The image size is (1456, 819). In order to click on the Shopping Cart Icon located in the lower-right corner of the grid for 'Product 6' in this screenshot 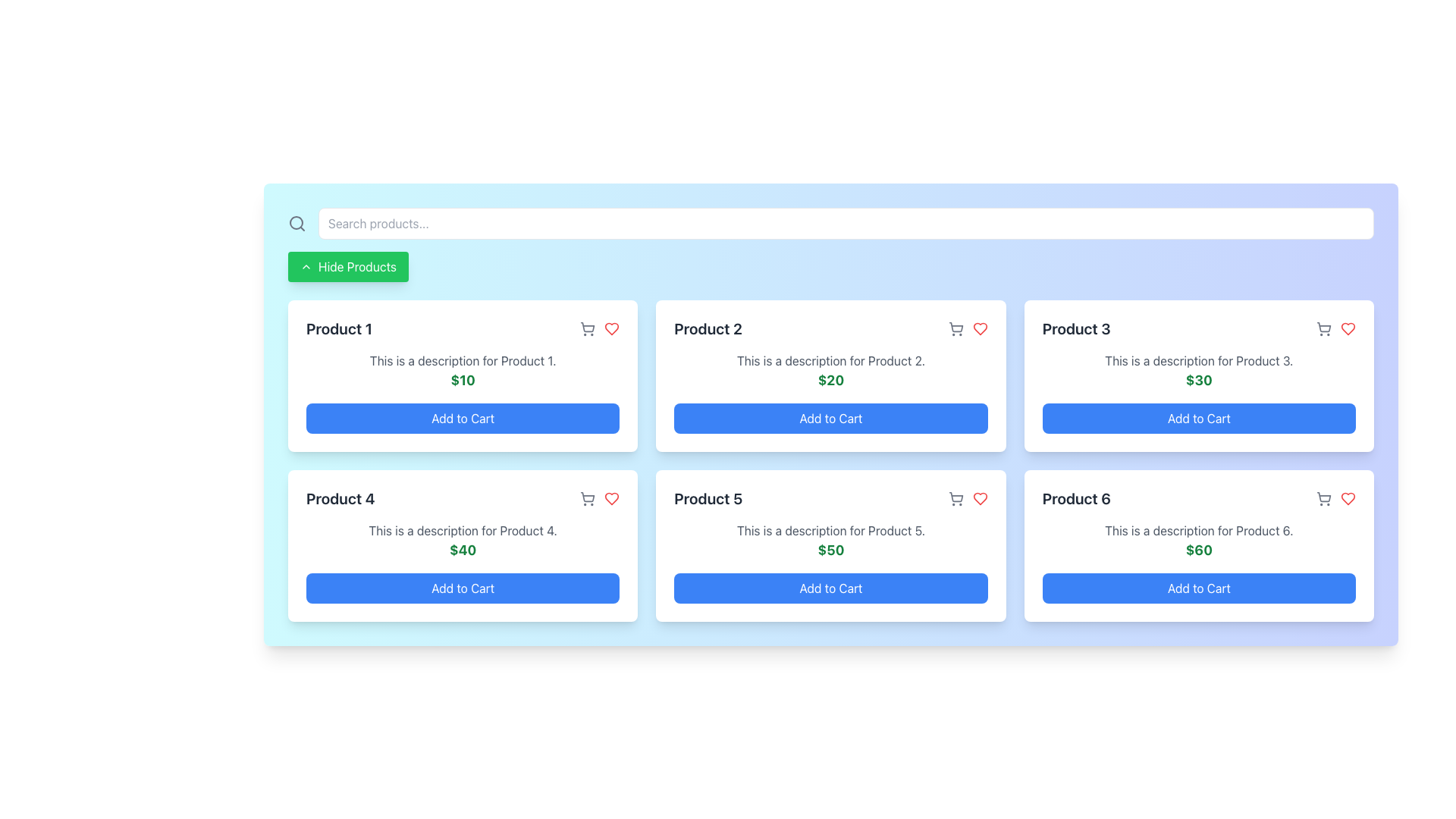, I will do `click(1323, 499)`.